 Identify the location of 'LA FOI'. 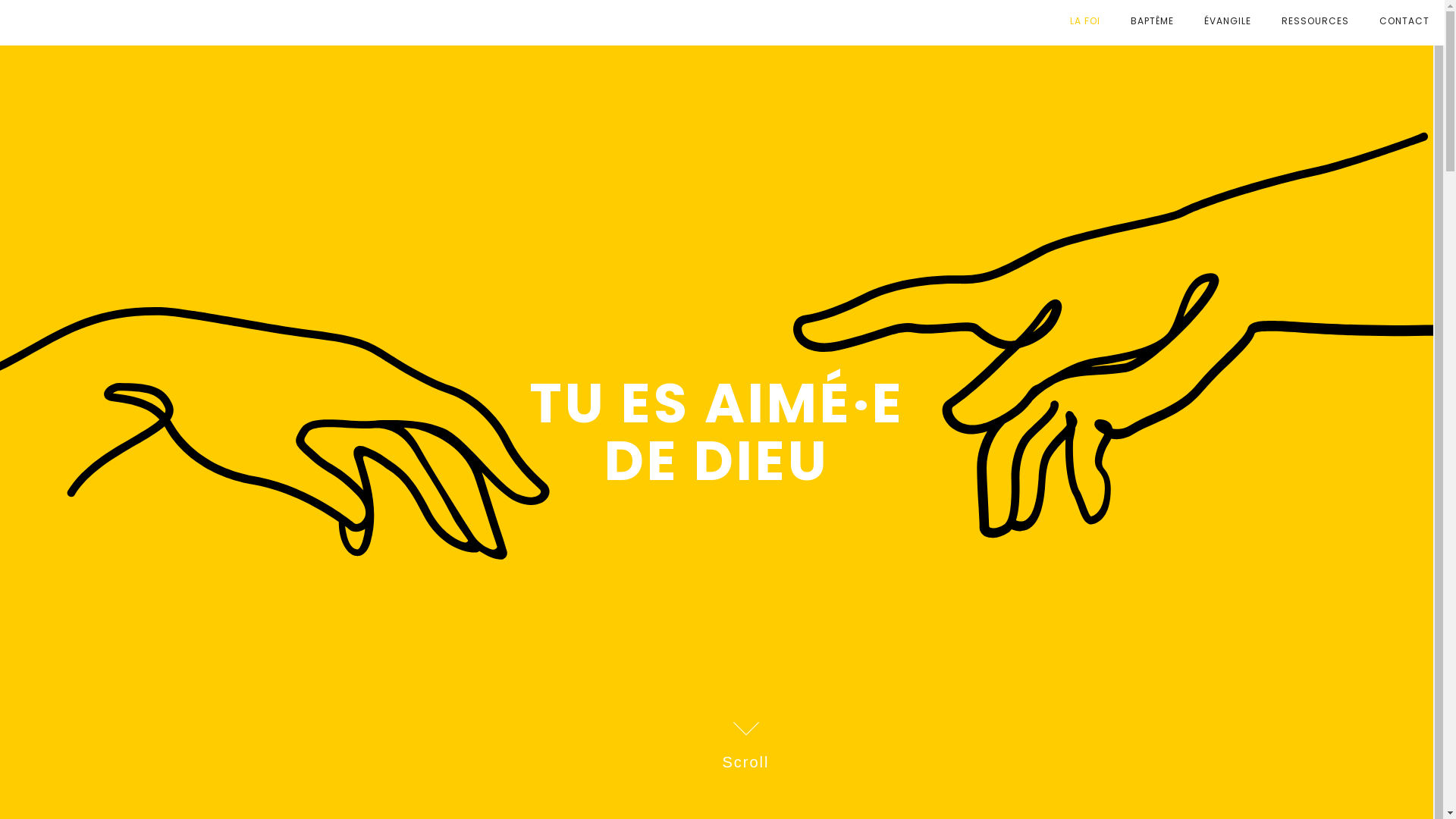
(1084, 20).